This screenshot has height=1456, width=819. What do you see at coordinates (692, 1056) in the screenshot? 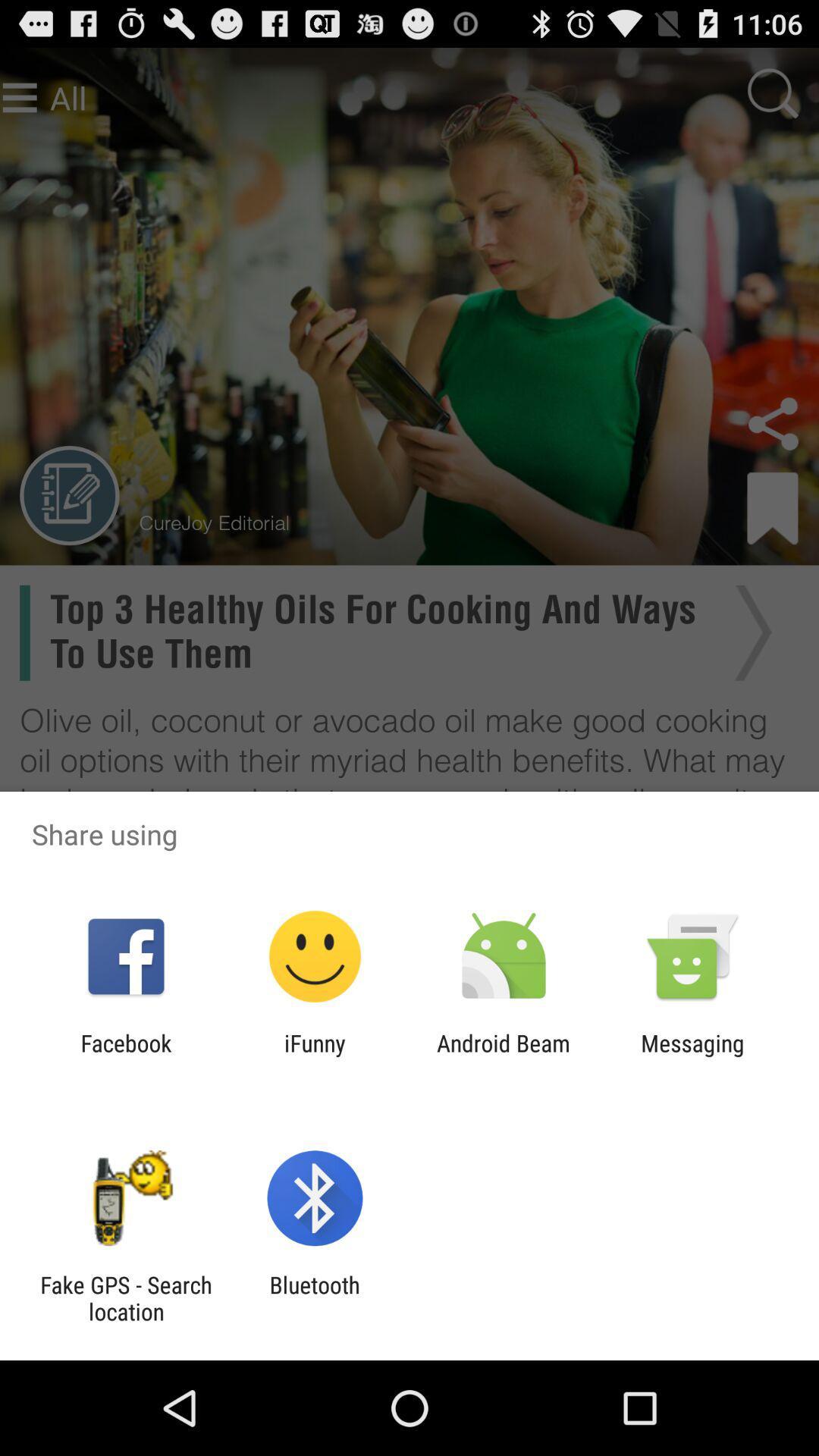
I see `the icon next to android beam app` at bounding box center [692, 1056].